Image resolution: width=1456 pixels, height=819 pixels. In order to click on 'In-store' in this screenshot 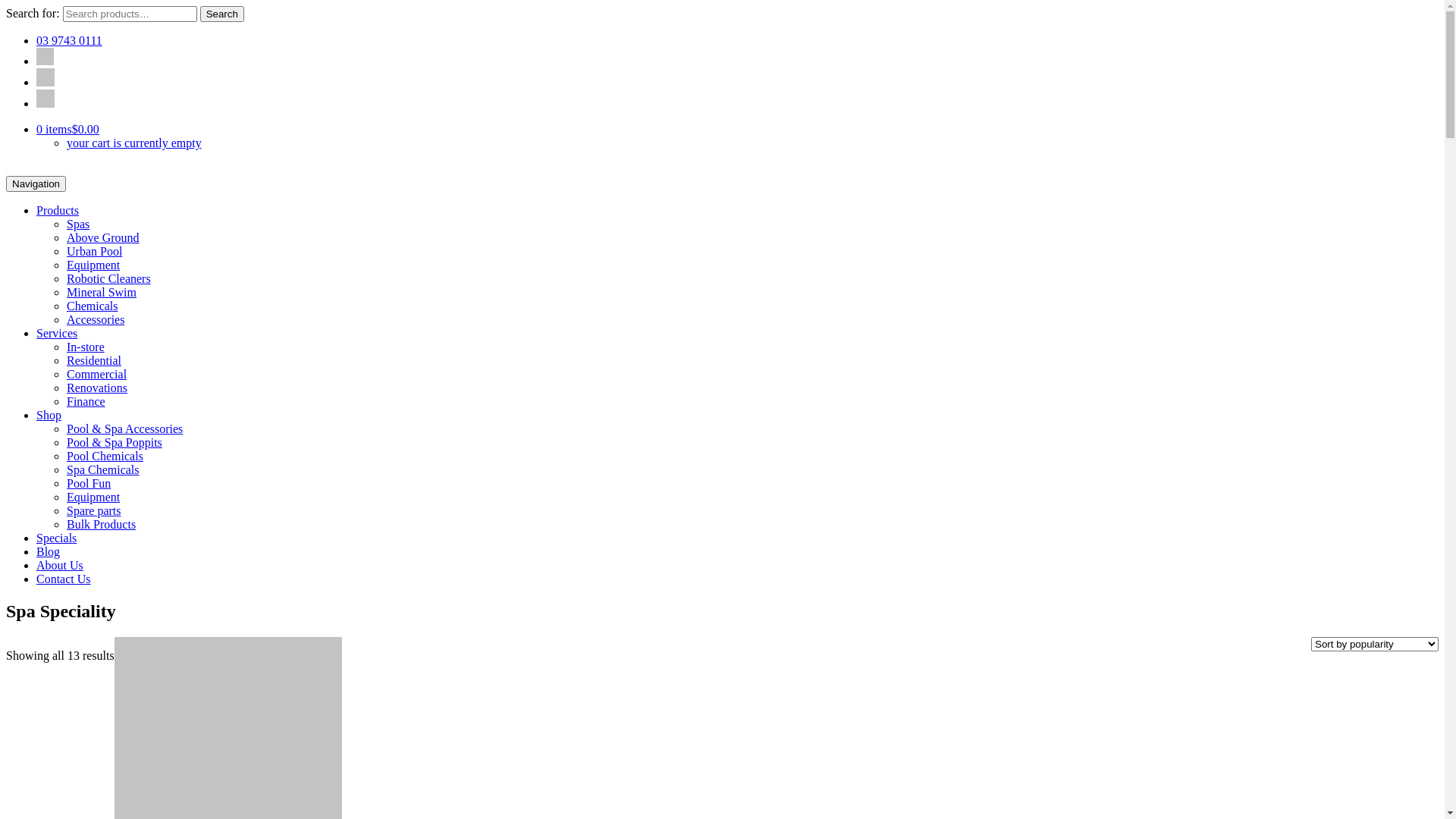, I will do `click(85, 347)`.